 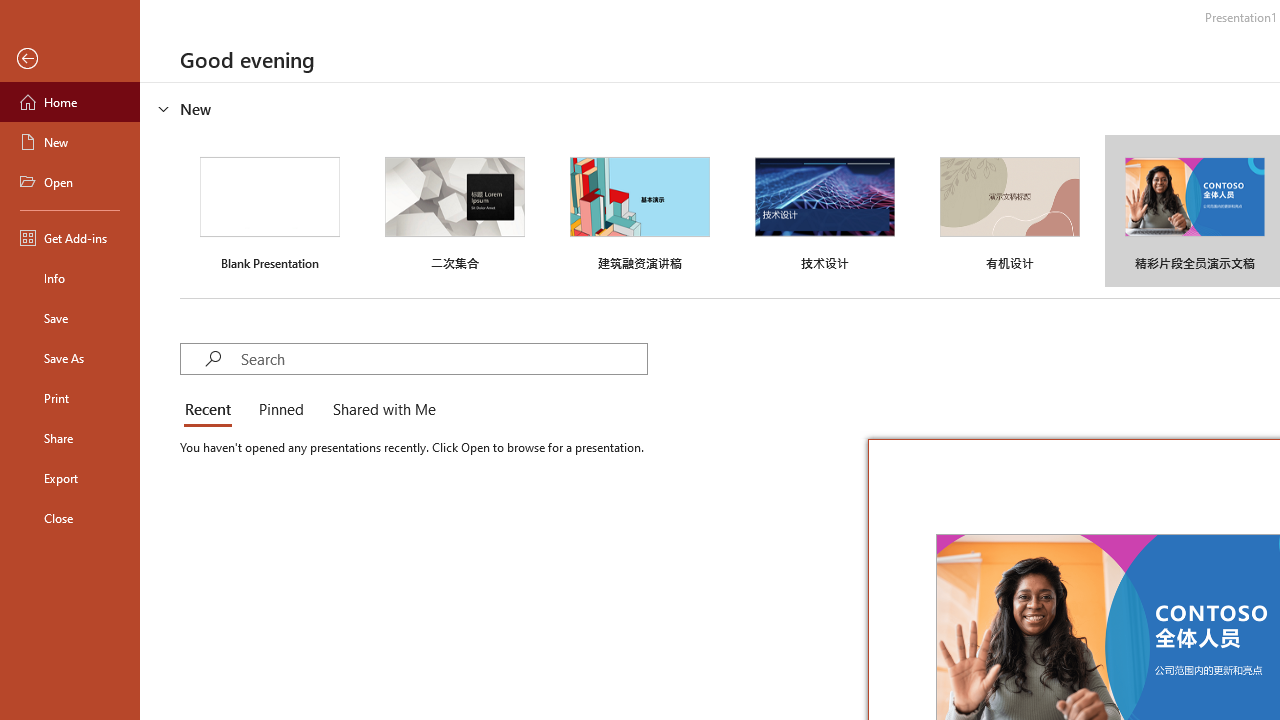 What do you see at coordinates (69, 277) in the screenshot?
I see `'Info'` at bounding box center [69, 277].